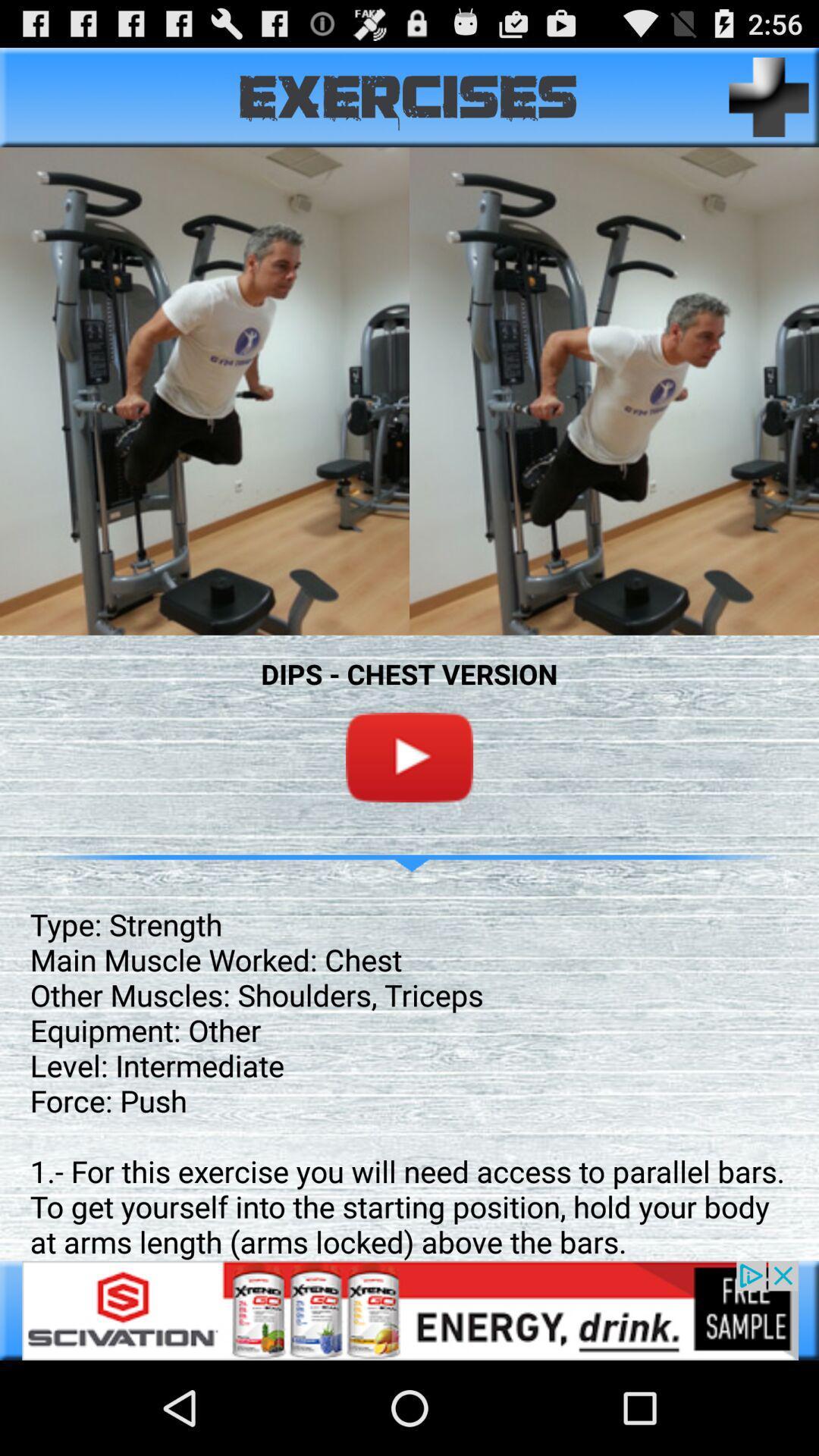 The height and width of the screenshot is (1456, 819). What do you see at coordinates (769, 103) in the screenshot?
I see `the add icon` at bounding box center [769, 103].